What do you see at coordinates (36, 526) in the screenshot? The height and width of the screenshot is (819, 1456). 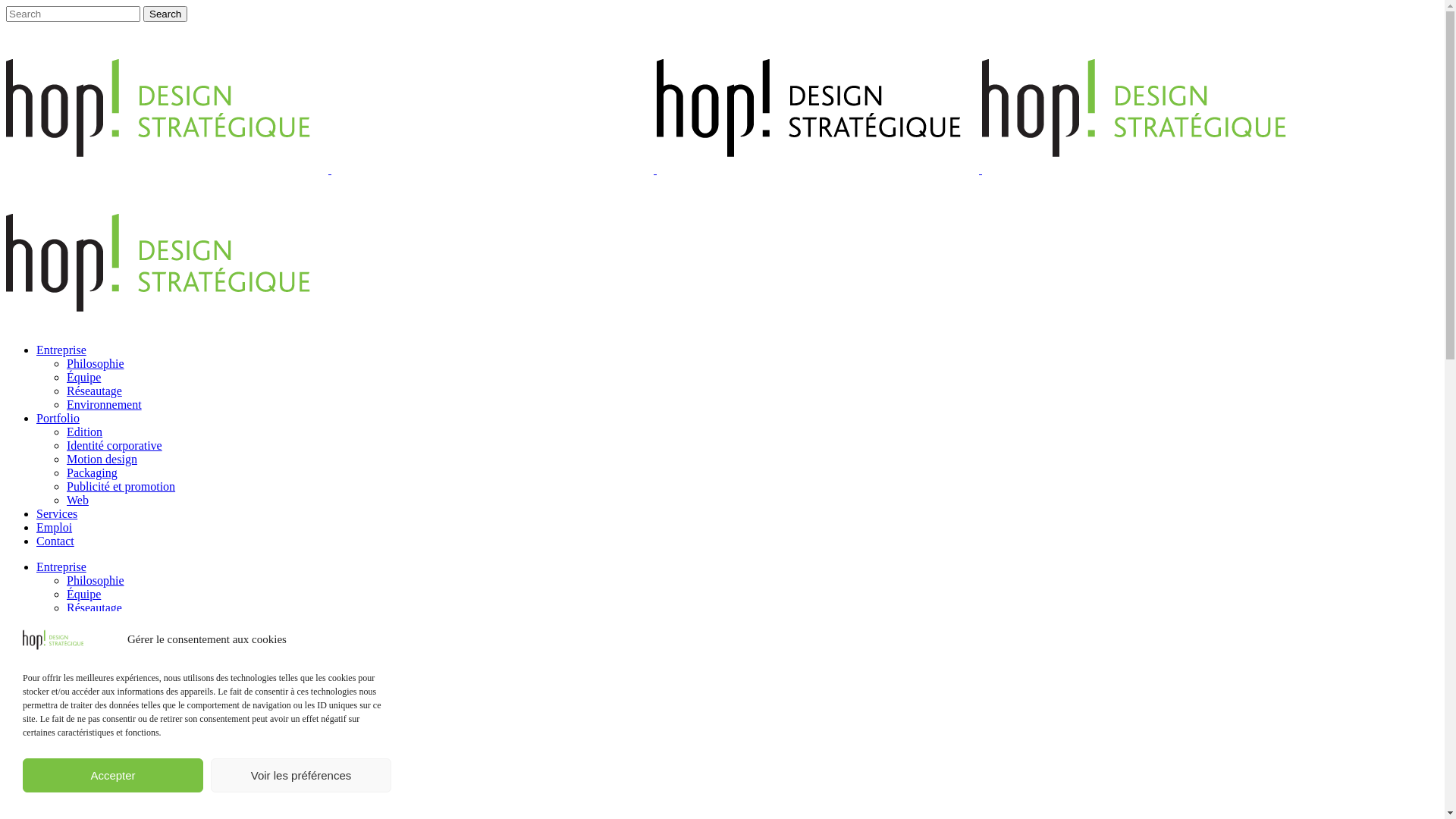 I see `'Emploi'` at bounding box center [36, 526].